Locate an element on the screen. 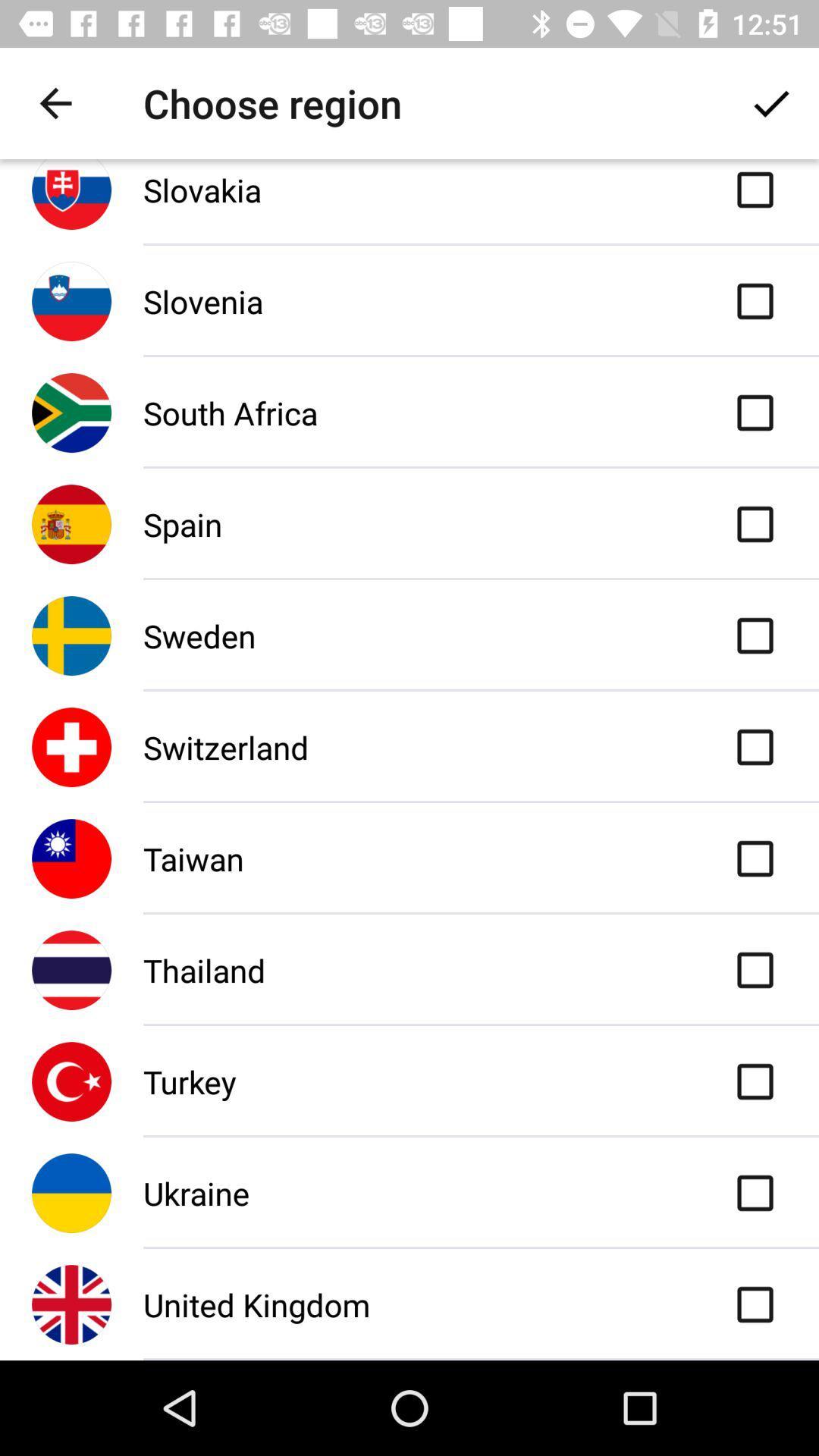 The image size is (819, 1456). icon to the left of choose region is located at coordinates (55, 102).